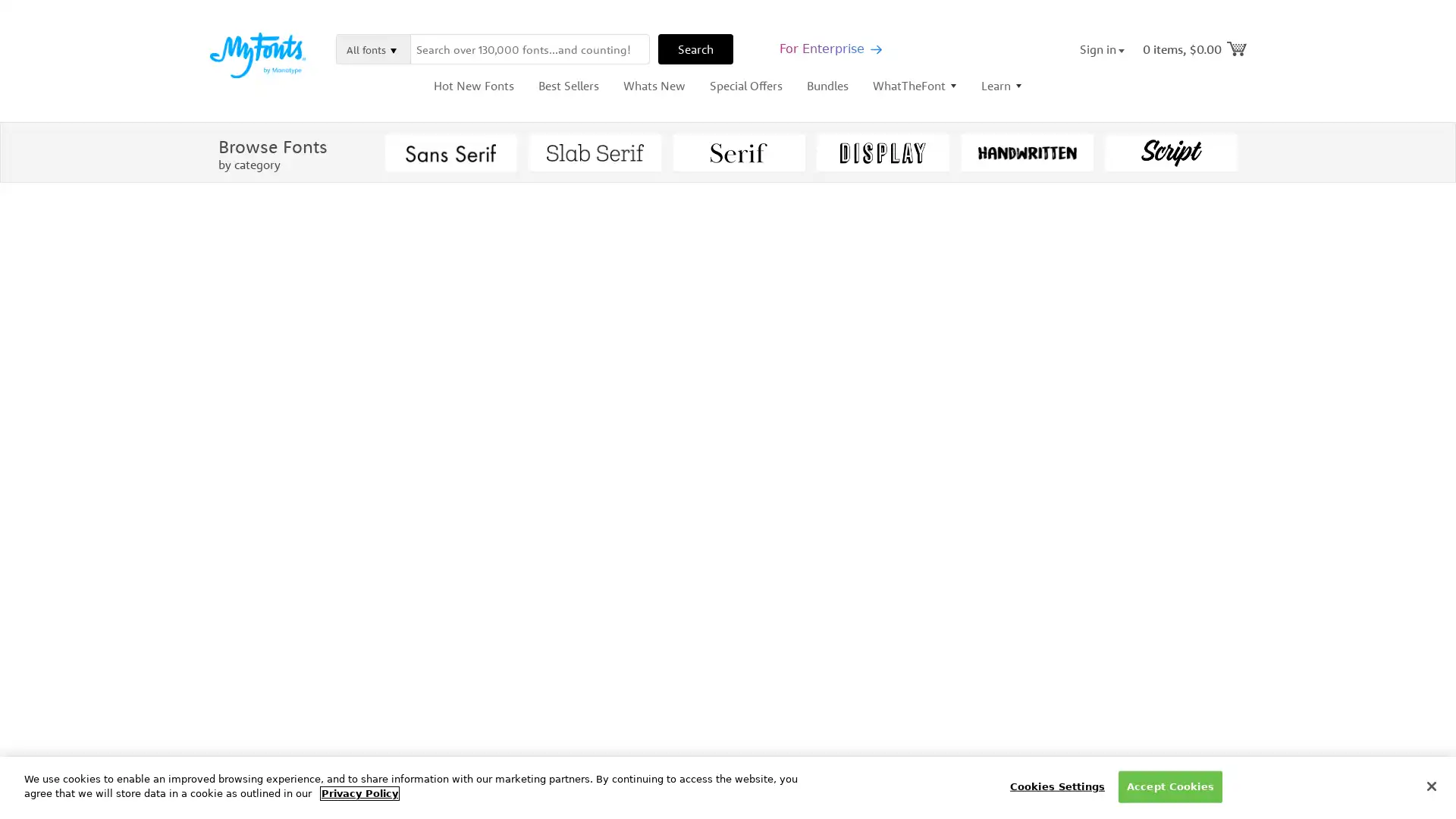  What do you see at coordinates (1001, 85) in the screenshot?
I see `Learn` at bounding box center [1001, 85].